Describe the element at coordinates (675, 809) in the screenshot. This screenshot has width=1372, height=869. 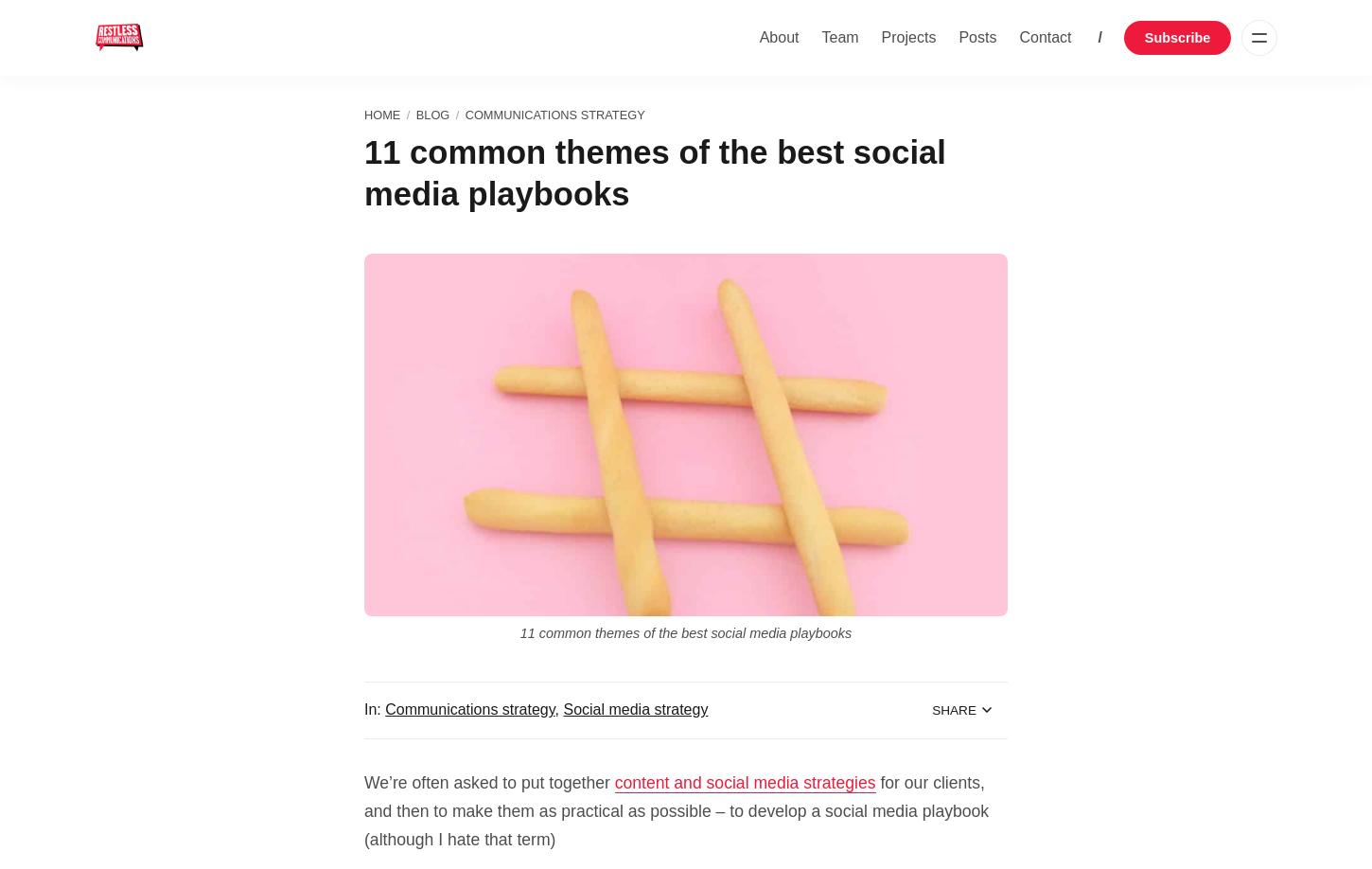
I see `'for our clients, and then to make them as practical as possible – to develop a social media playbook (although I hate that term)'` at that location.